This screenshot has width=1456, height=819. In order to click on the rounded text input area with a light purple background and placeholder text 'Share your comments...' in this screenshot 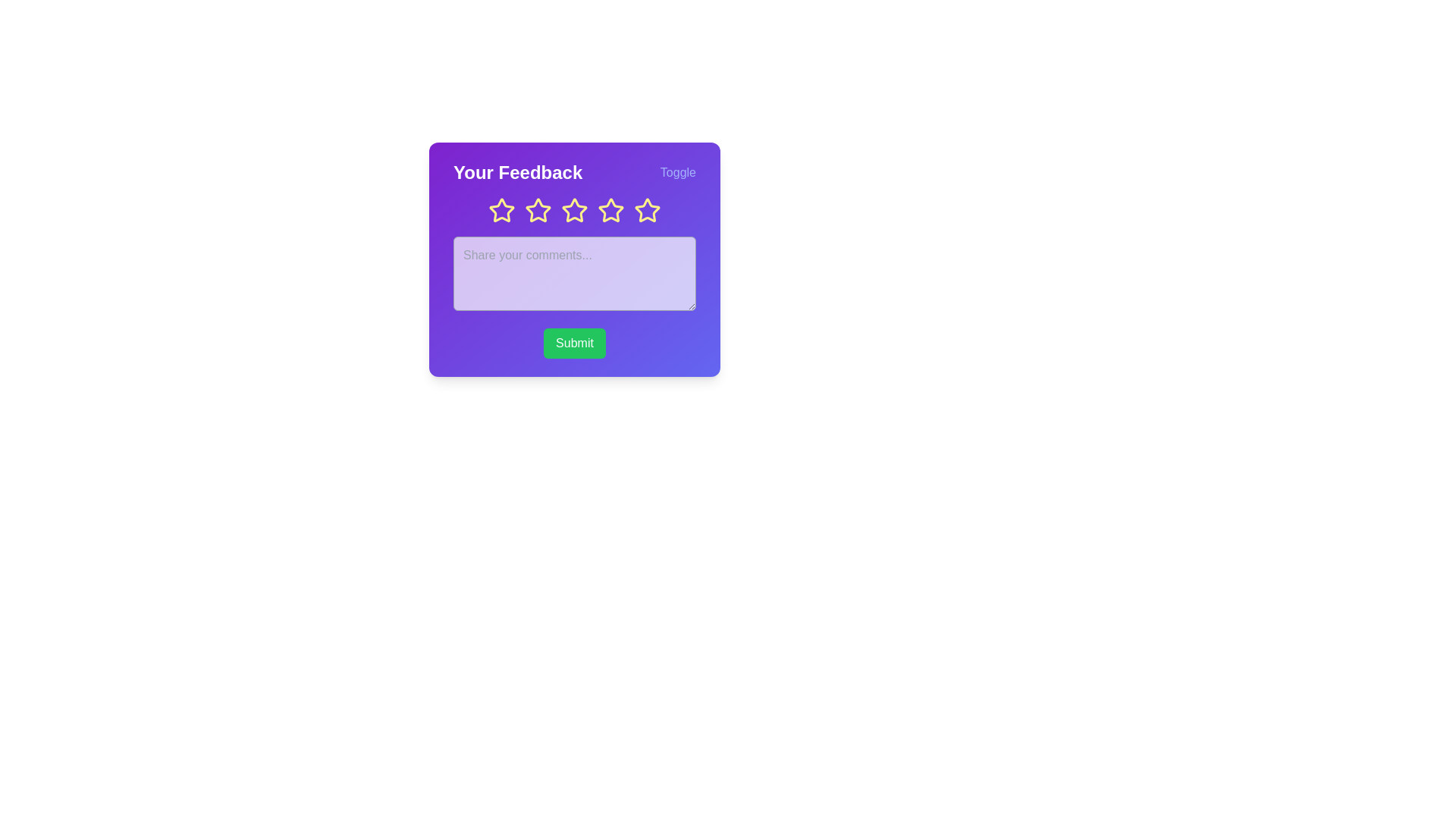, I will do `click(574, 259)`.